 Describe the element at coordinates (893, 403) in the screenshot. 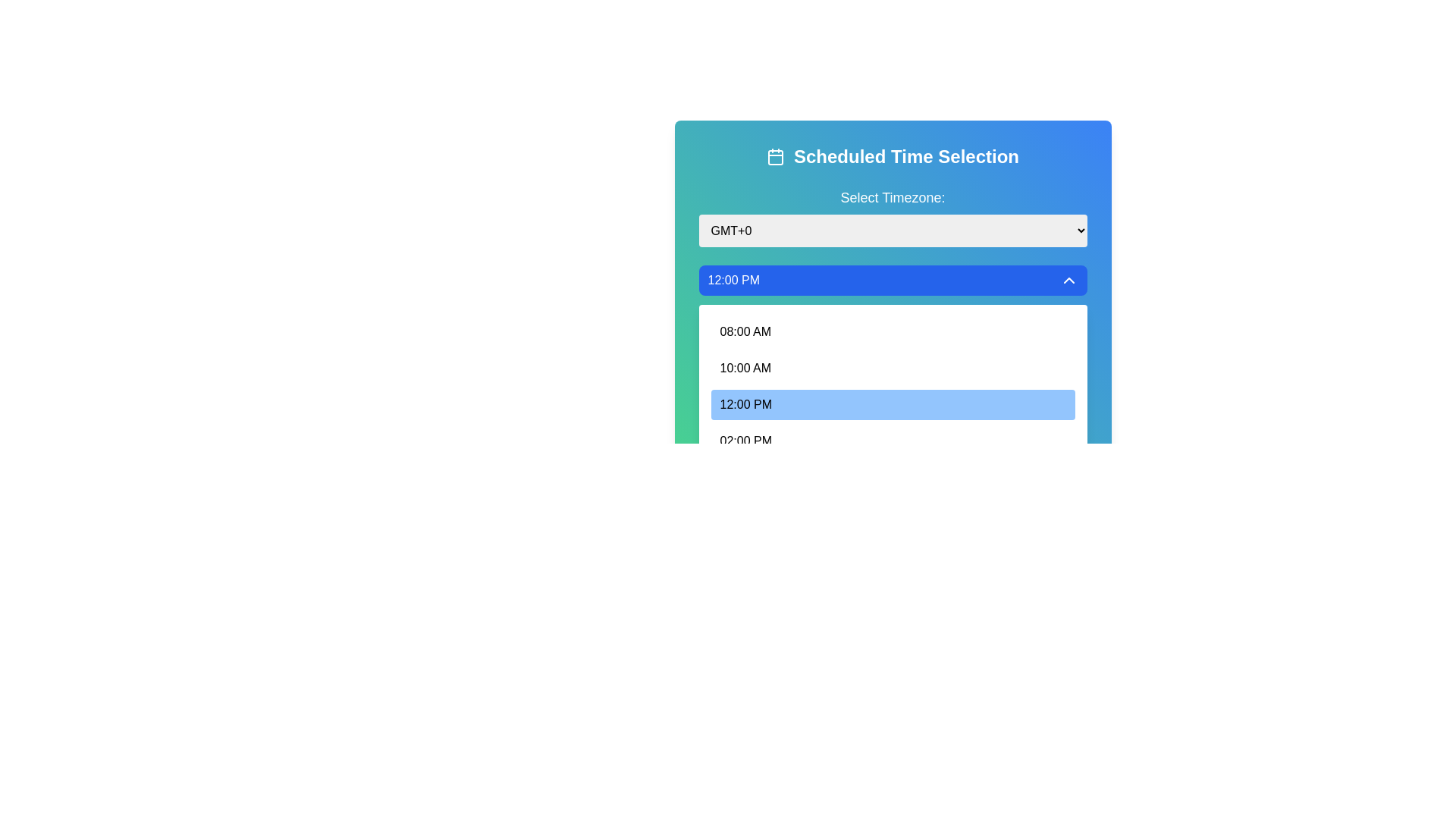

I see `the dropdown option displaying '12:00 PM'` at that location.